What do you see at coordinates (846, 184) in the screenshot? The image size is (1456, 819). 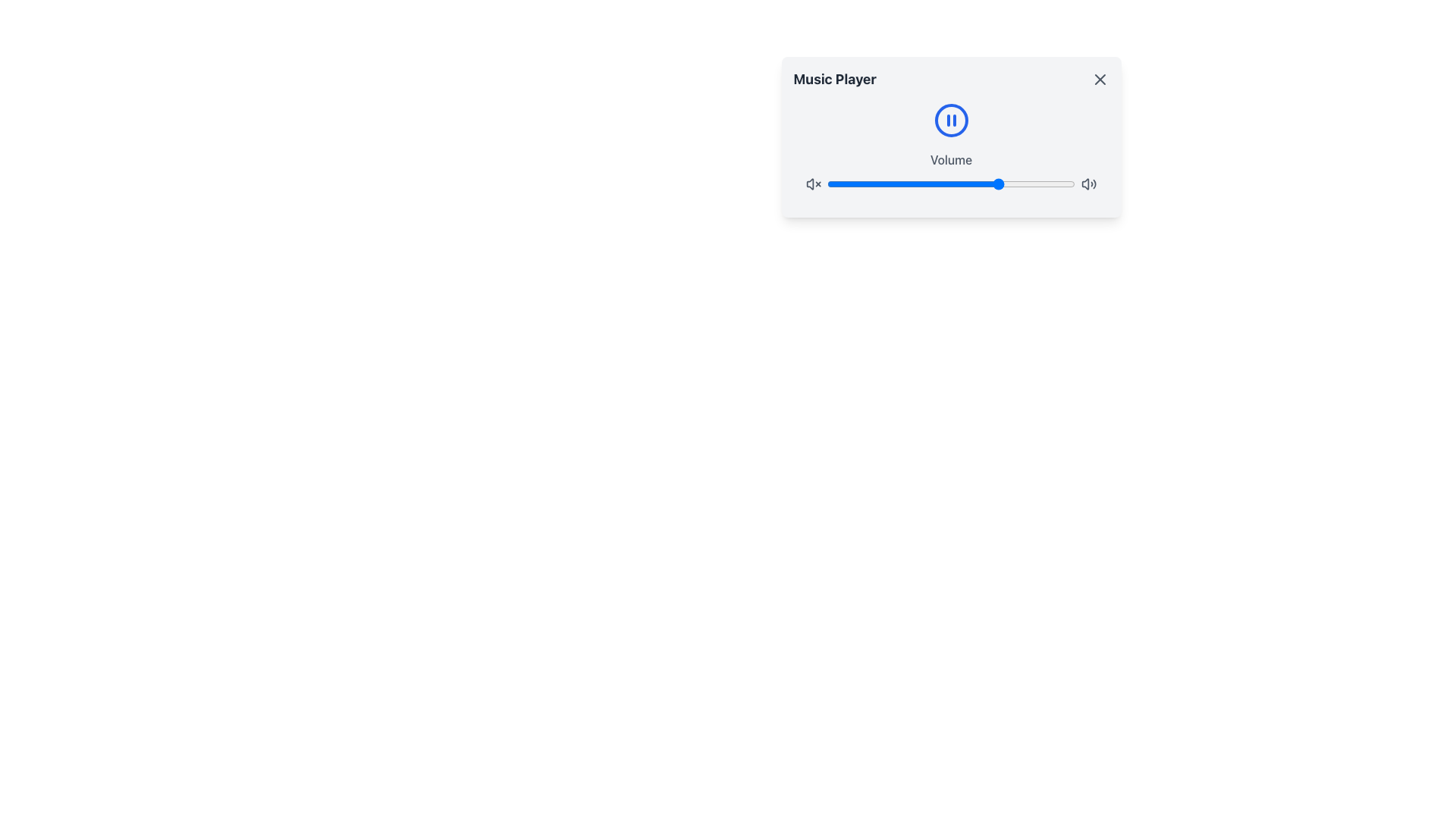 I see `the volume` at bounding box center [846, 184].